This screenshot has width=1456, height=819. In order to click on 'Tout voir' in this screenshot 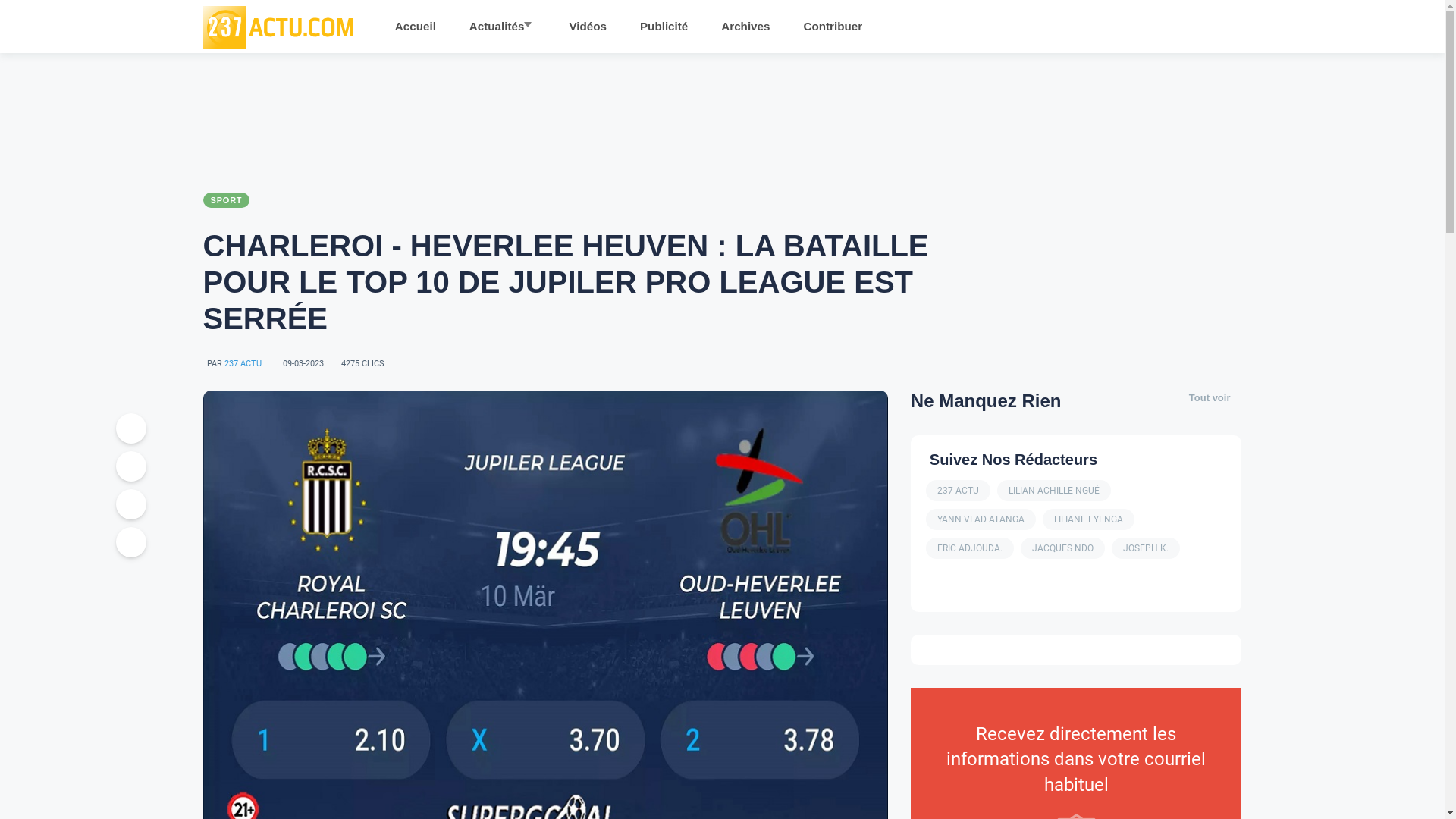, I will do `click(1209, 397)`.